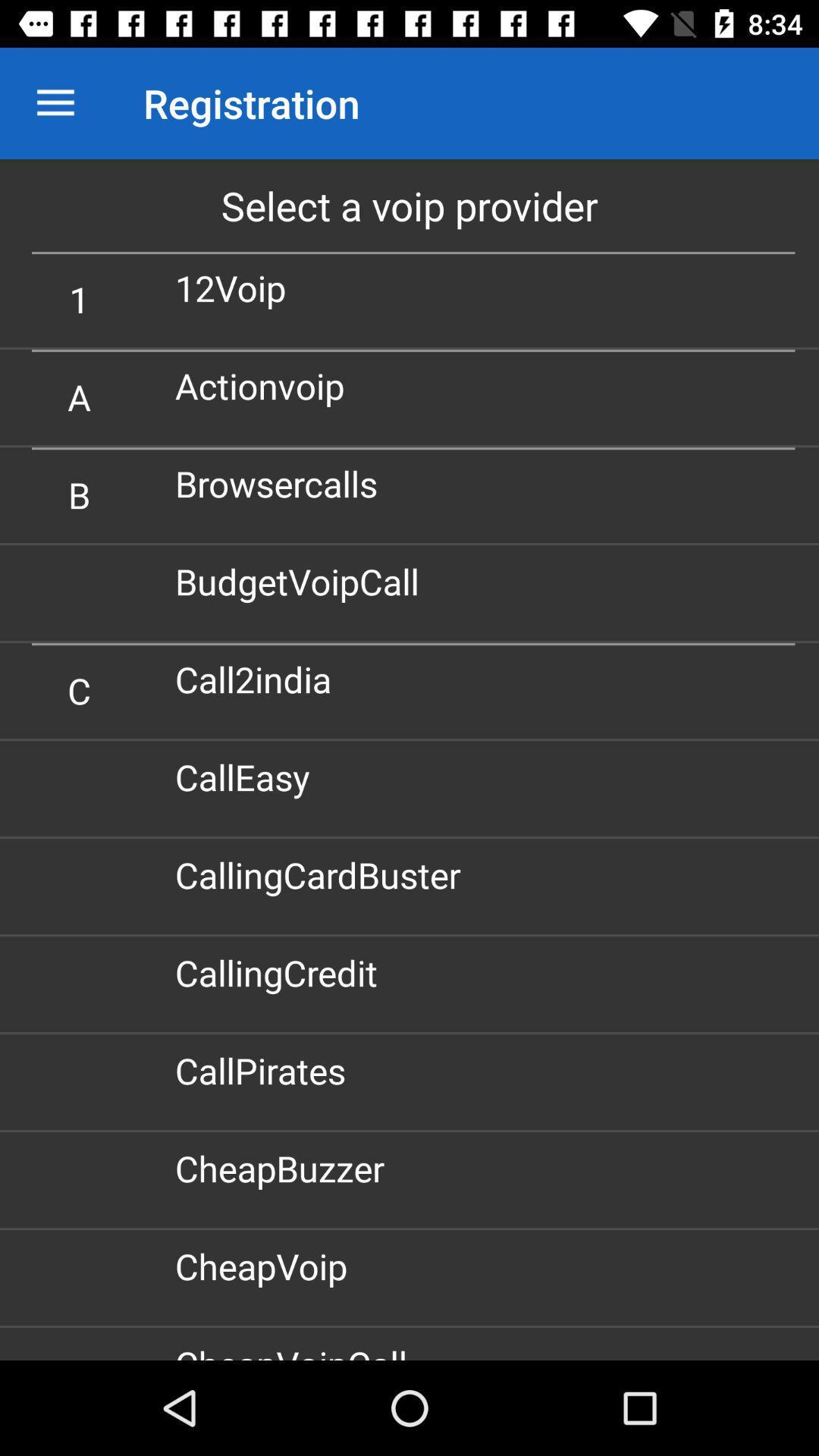 This screenshot has width=819, height=1456. Describe the element at coordinates (247, 777) in the screenshot. I see `the calleasy icon` at that location.